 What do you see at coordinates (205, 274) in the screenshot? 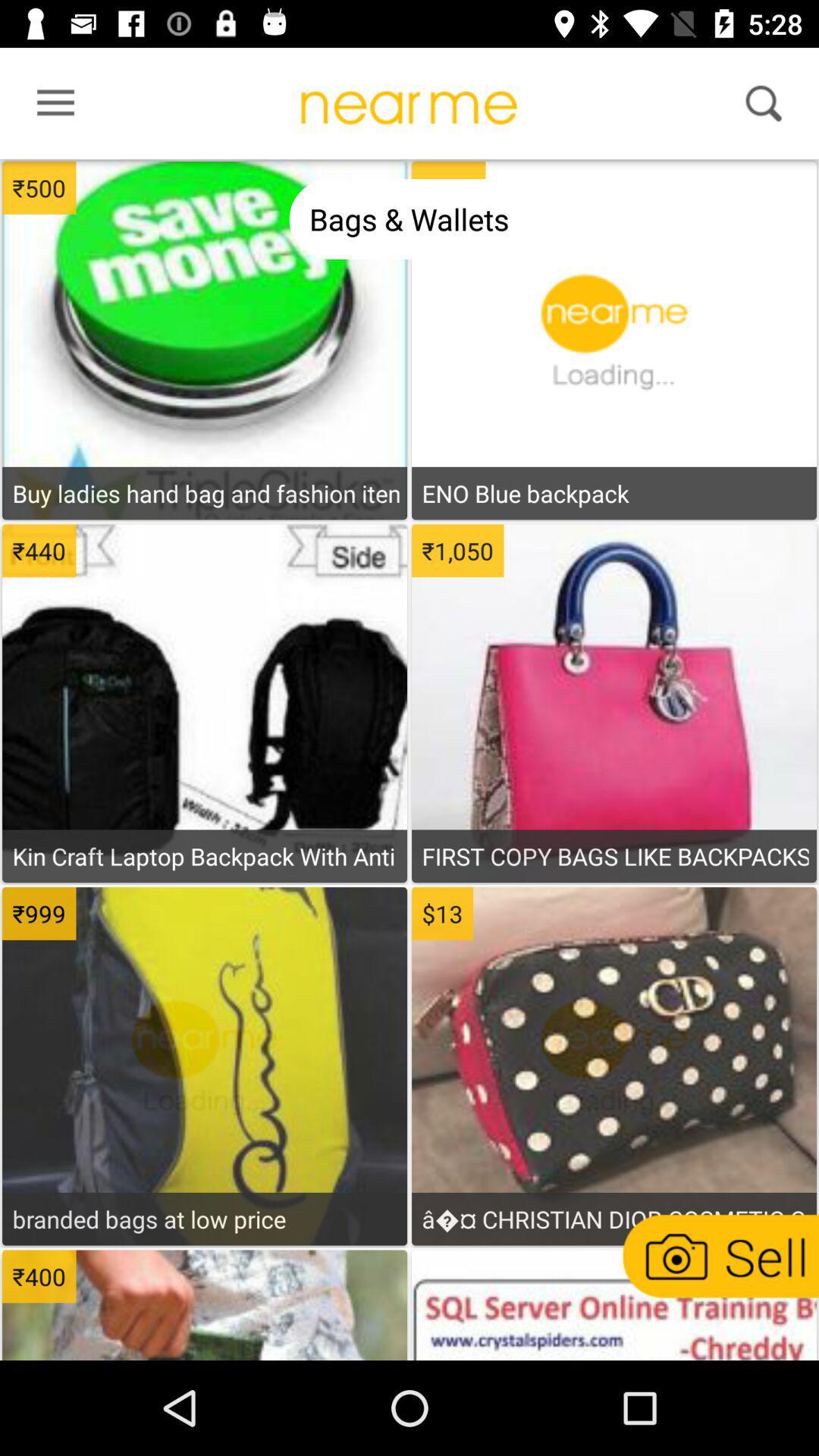
I see `click green save money` at bounding box center [205, 274].